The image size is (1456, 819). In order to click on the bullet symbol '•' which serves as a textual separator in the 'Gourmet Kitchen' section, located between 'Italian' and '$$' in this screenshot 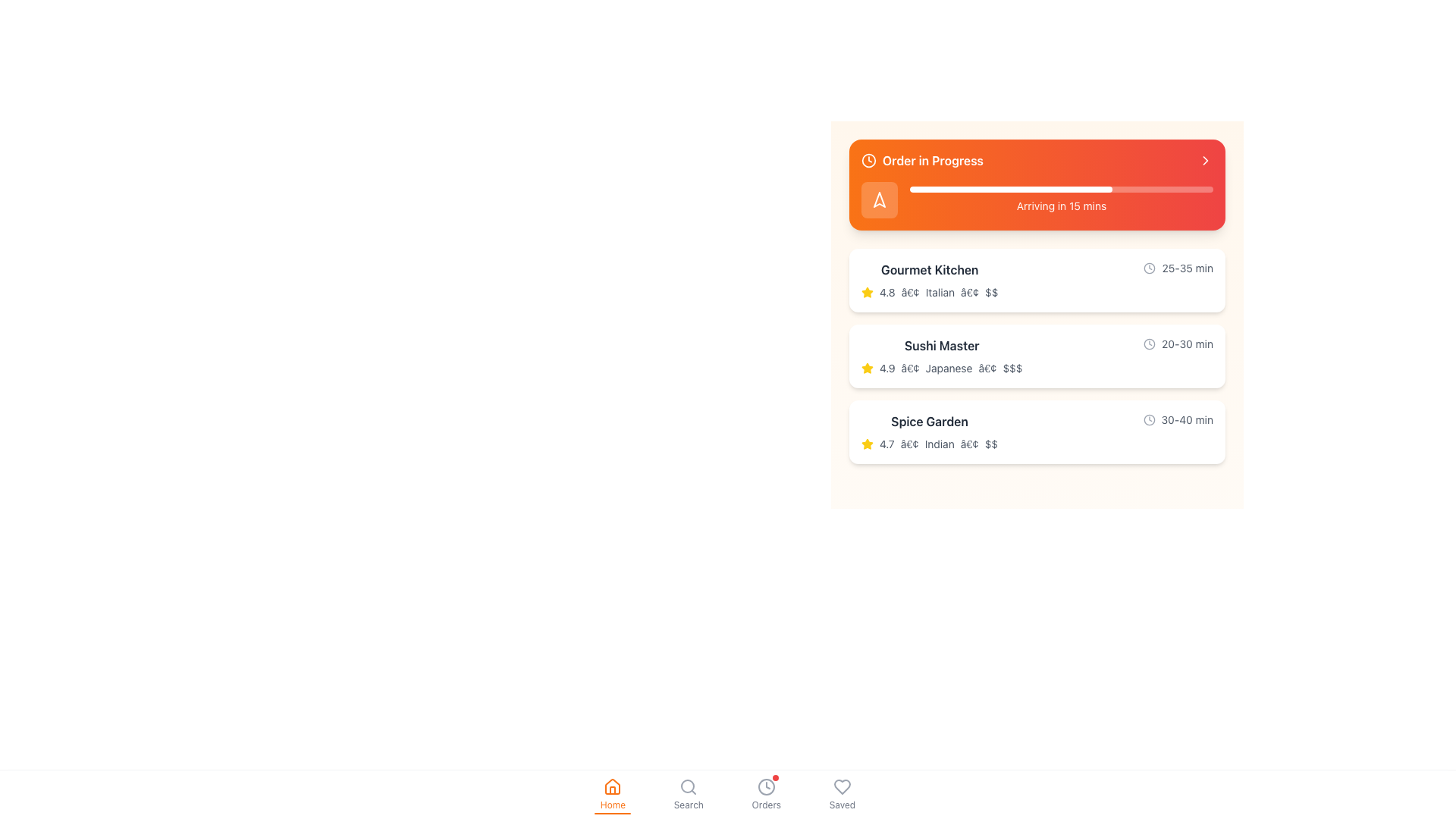, I will do `click(969, 292)`.